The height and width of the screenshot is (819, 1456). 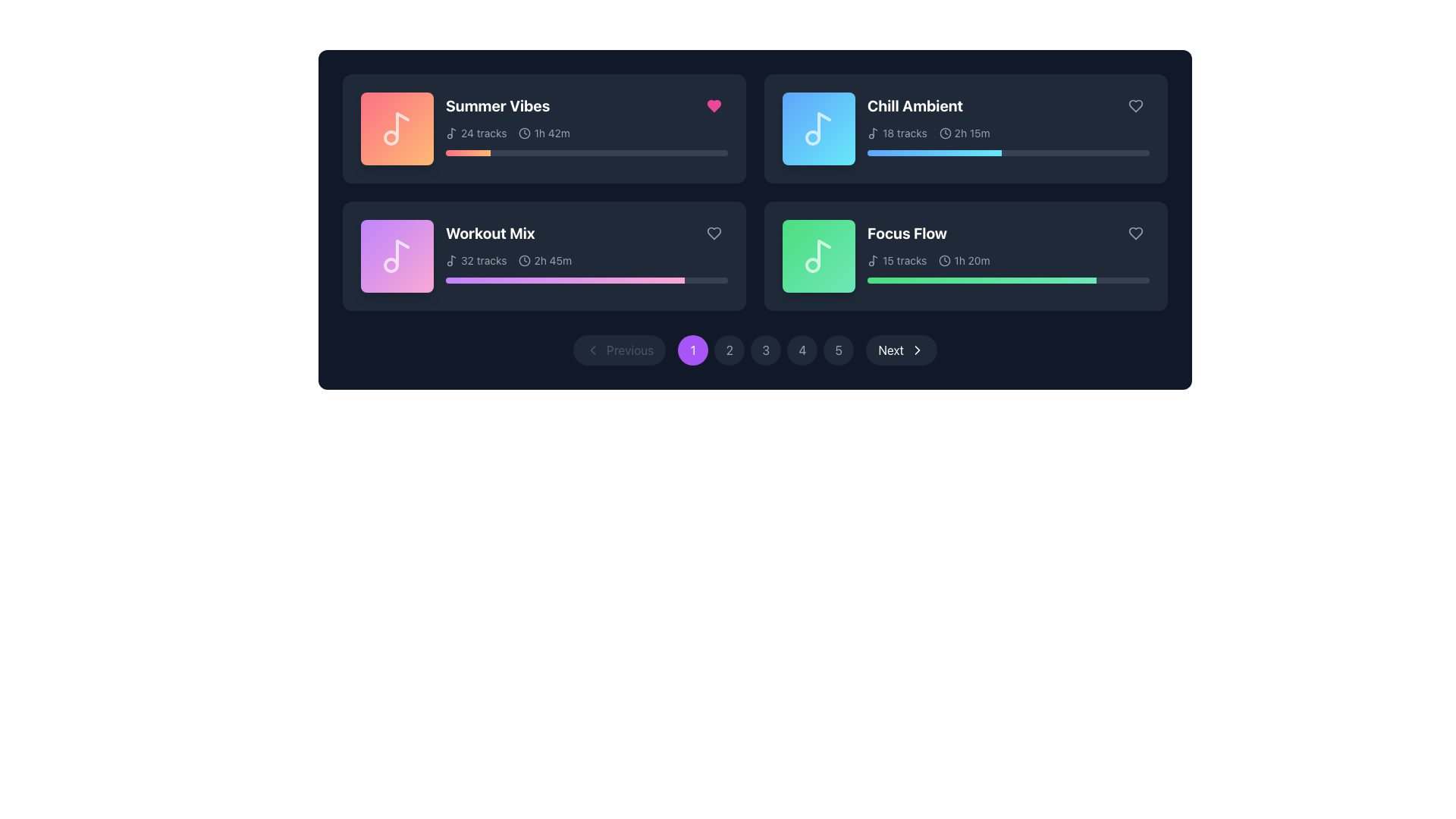 I want to click on the Information card displaying the title 'Focus Flow', which shows '15 tracks' and '1h 20m' with a green progress bar, located in the bottom-right quadrant of a 2x2 grid layout, so click(x=1008, y=250).